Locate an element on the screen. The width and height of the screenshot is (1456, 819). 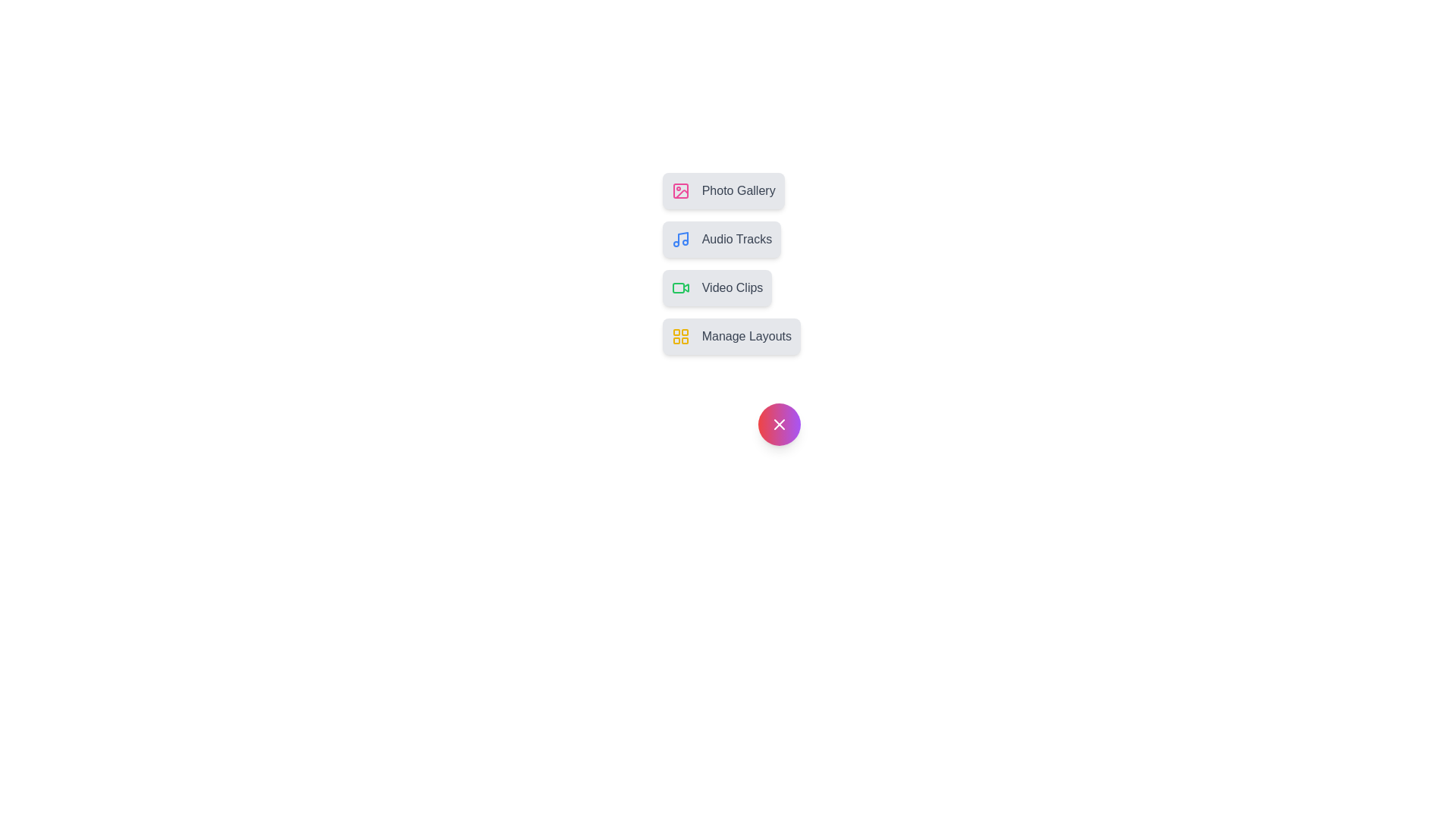
the 'Manage Layouts' button, which is a rectangular button with a soft gray background, rounded corners, and a layout grid icon in yellow, located at the bottom of a list of four buttons is located at coordinates (731, 335).